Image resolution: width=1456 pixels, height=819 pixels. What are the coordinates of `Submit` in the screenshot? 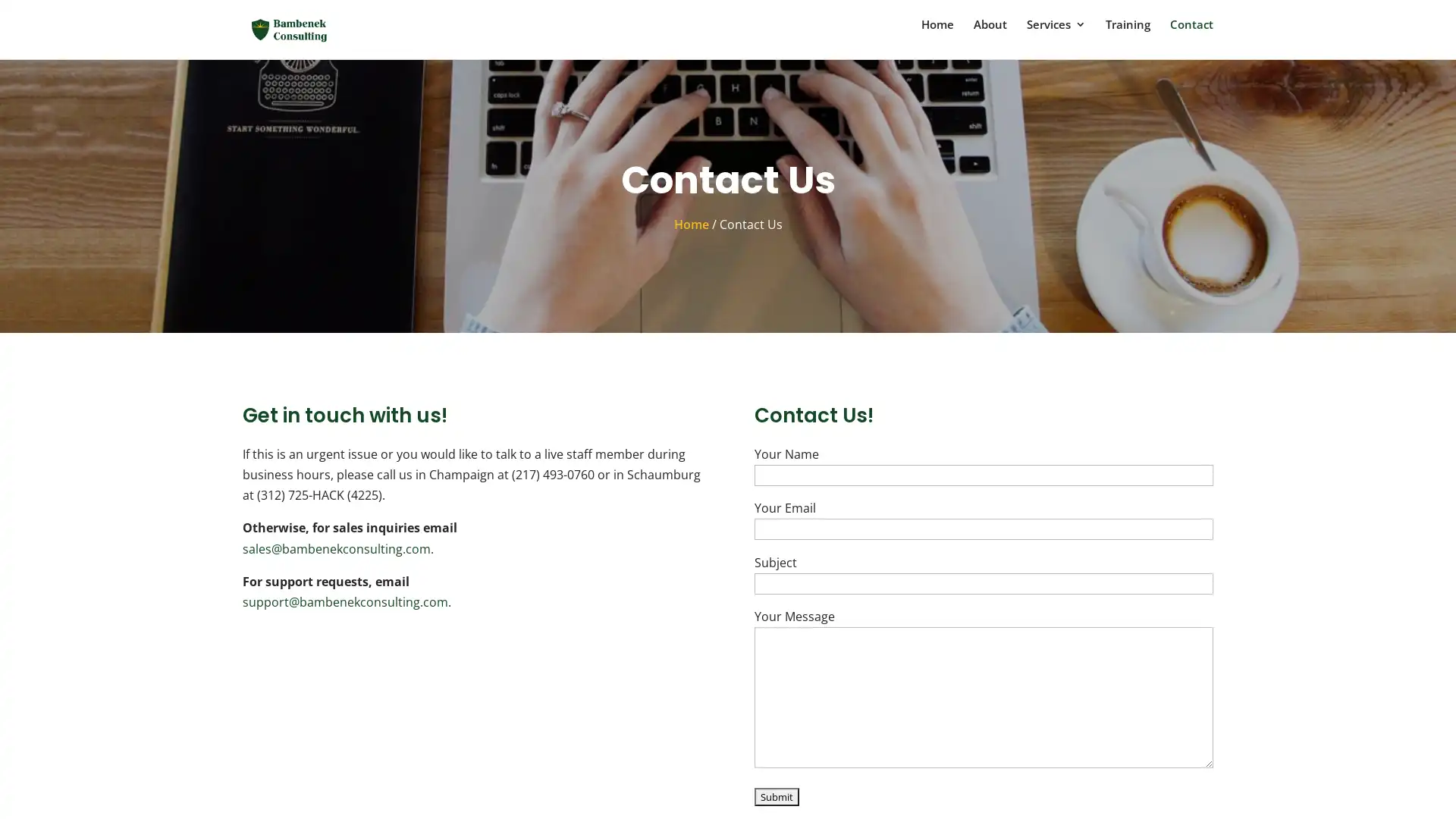 It's located at (777, 798).